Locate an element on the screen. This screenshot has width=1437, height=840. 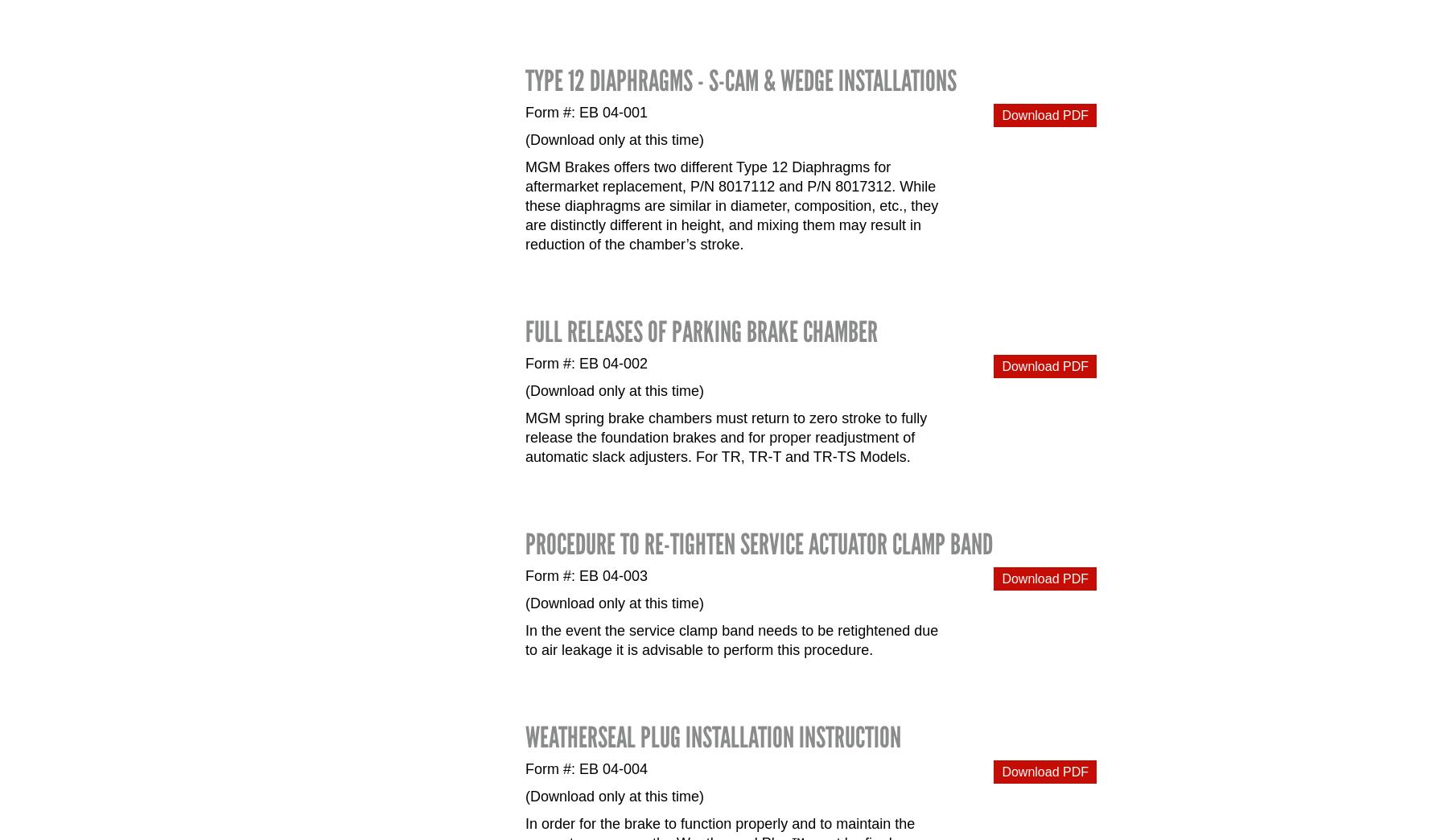
'Form #: EB 04-003' is located at coordinates (525, 574).